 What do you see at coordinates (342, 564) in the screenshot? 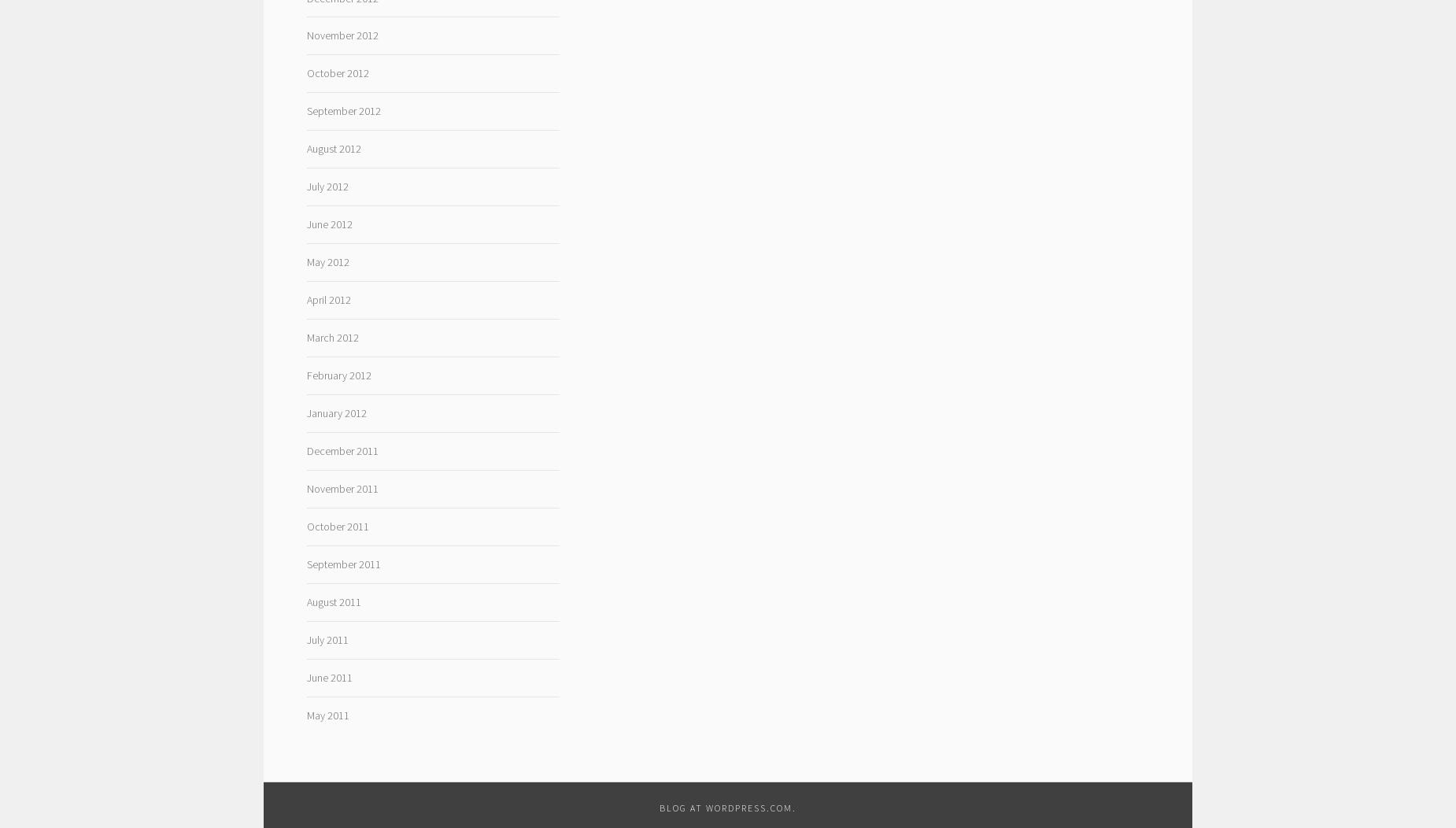
I see `'September 2011'` at bounding box center [342, 564].